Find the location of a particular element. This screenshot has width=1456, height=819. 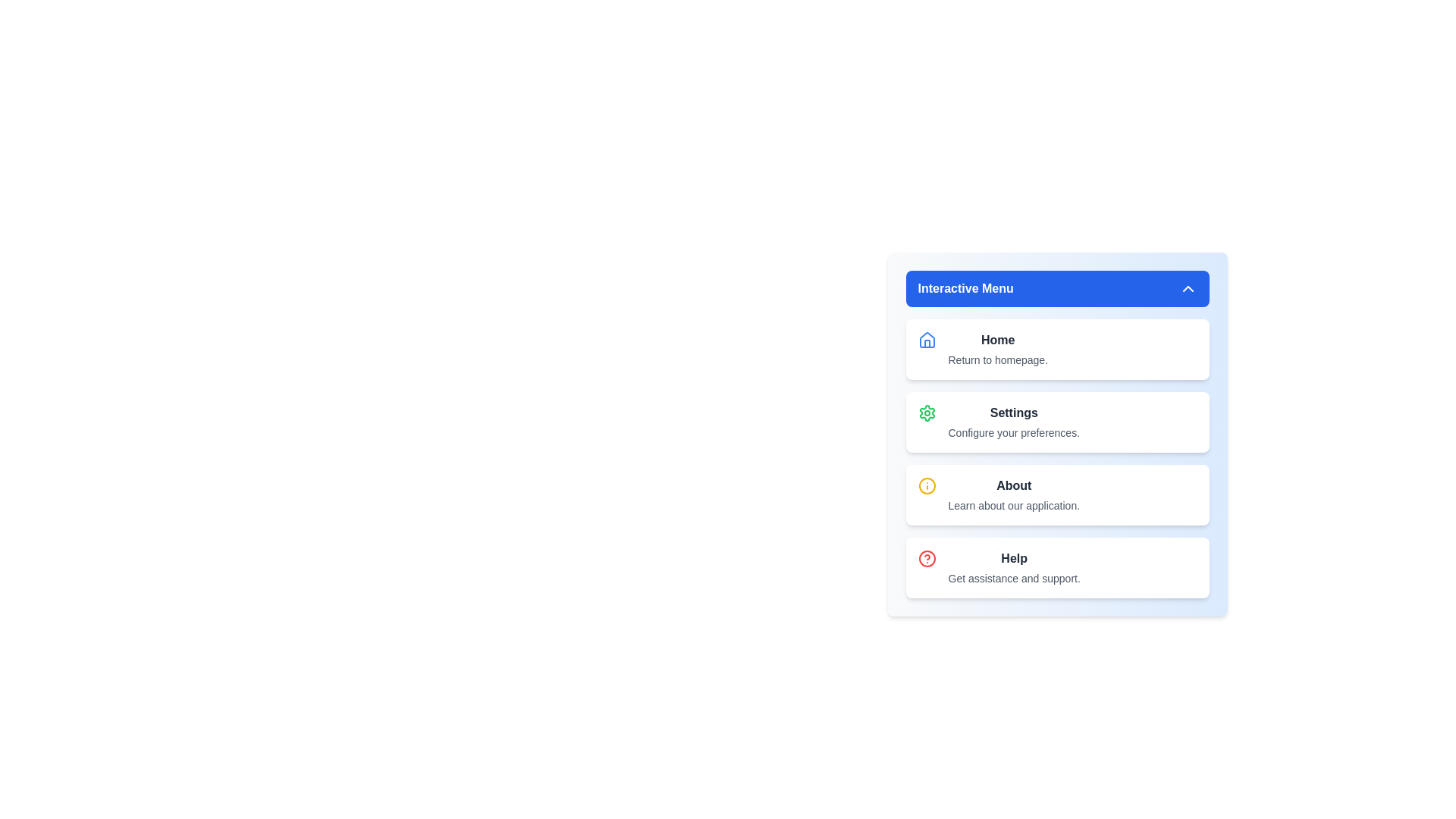

the 'About' menu entry in the 'Interactive Menu' located in the right-center of the interface, which is the third option below 'Settings' and above 'Help' is located at coordinates (1014, 494).